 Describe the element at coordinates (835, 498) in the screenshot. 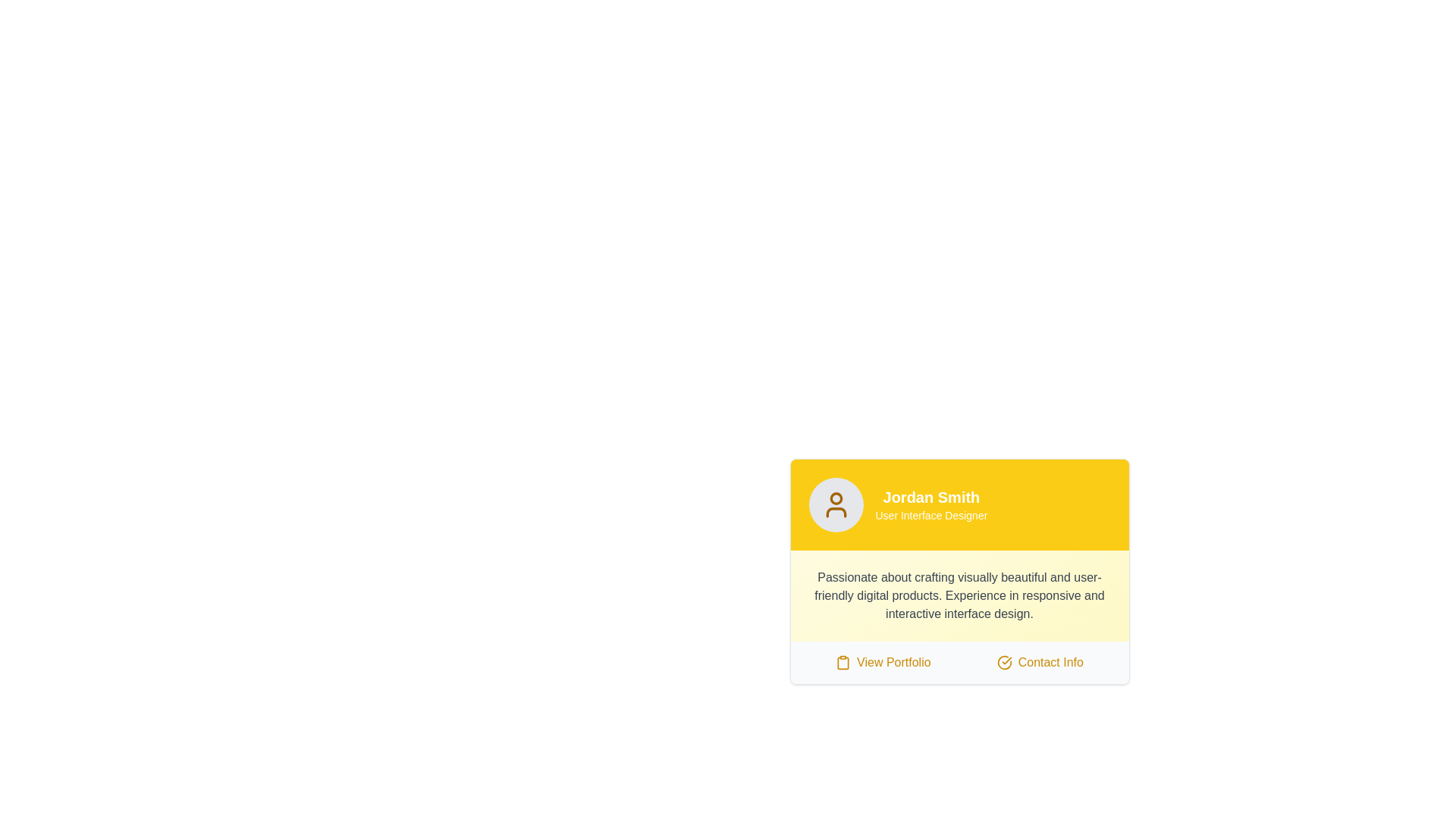

I see `the small yellow-orange circle located at the top of the avatar icon in the user profile card's yellow header` at that location.